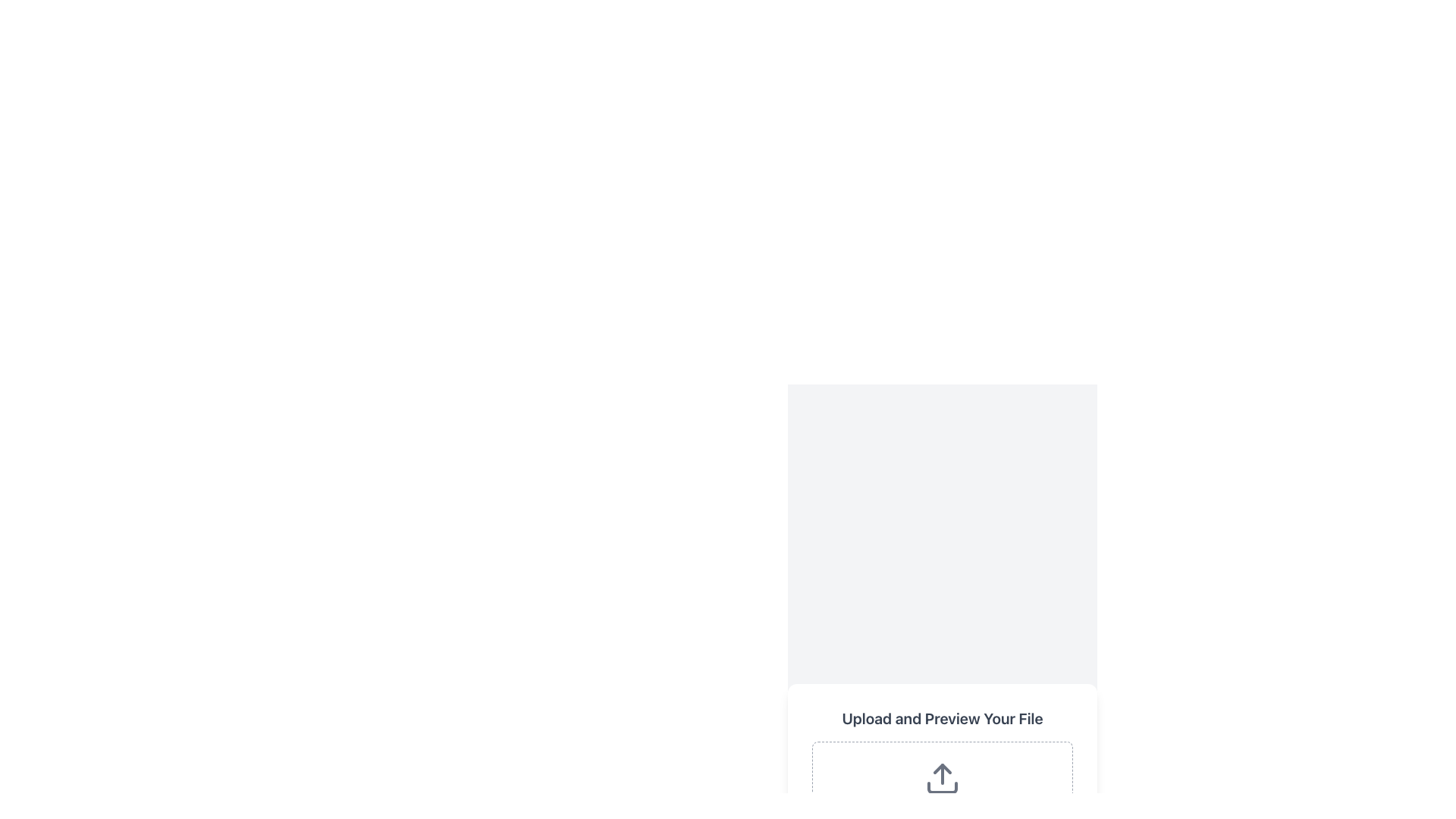 The width and height of the screenshot is (1456, 819). I want to click on the static text label that serves as a title for the file upload section, positioned at the top of the file upload area, so click(942, 718).